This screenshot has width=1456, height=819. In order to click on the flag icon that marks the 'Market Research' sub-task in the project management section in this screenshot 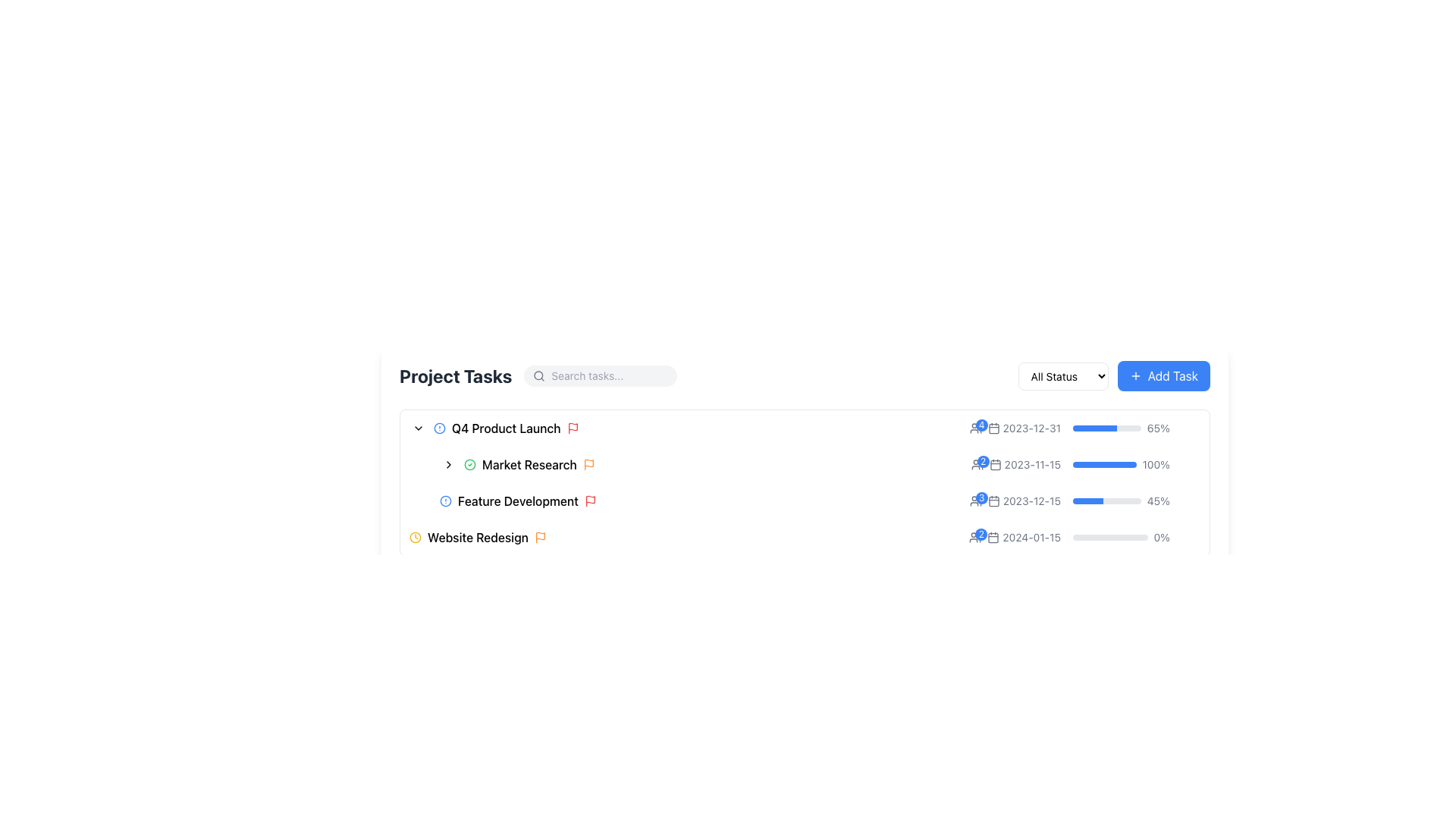, I will do `click(588, 462)`.